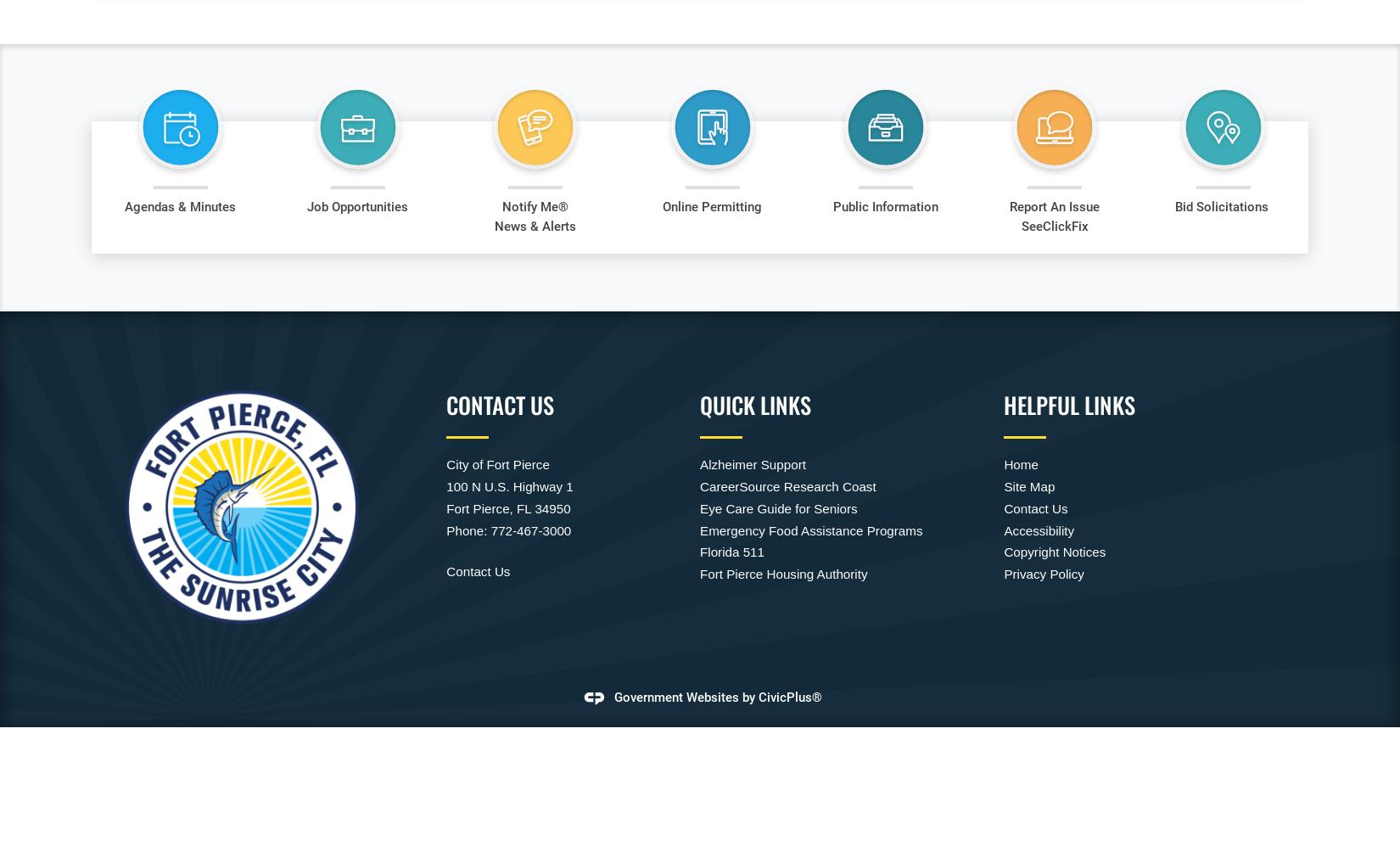  I want to click on 'Home', so click(1021, 464).